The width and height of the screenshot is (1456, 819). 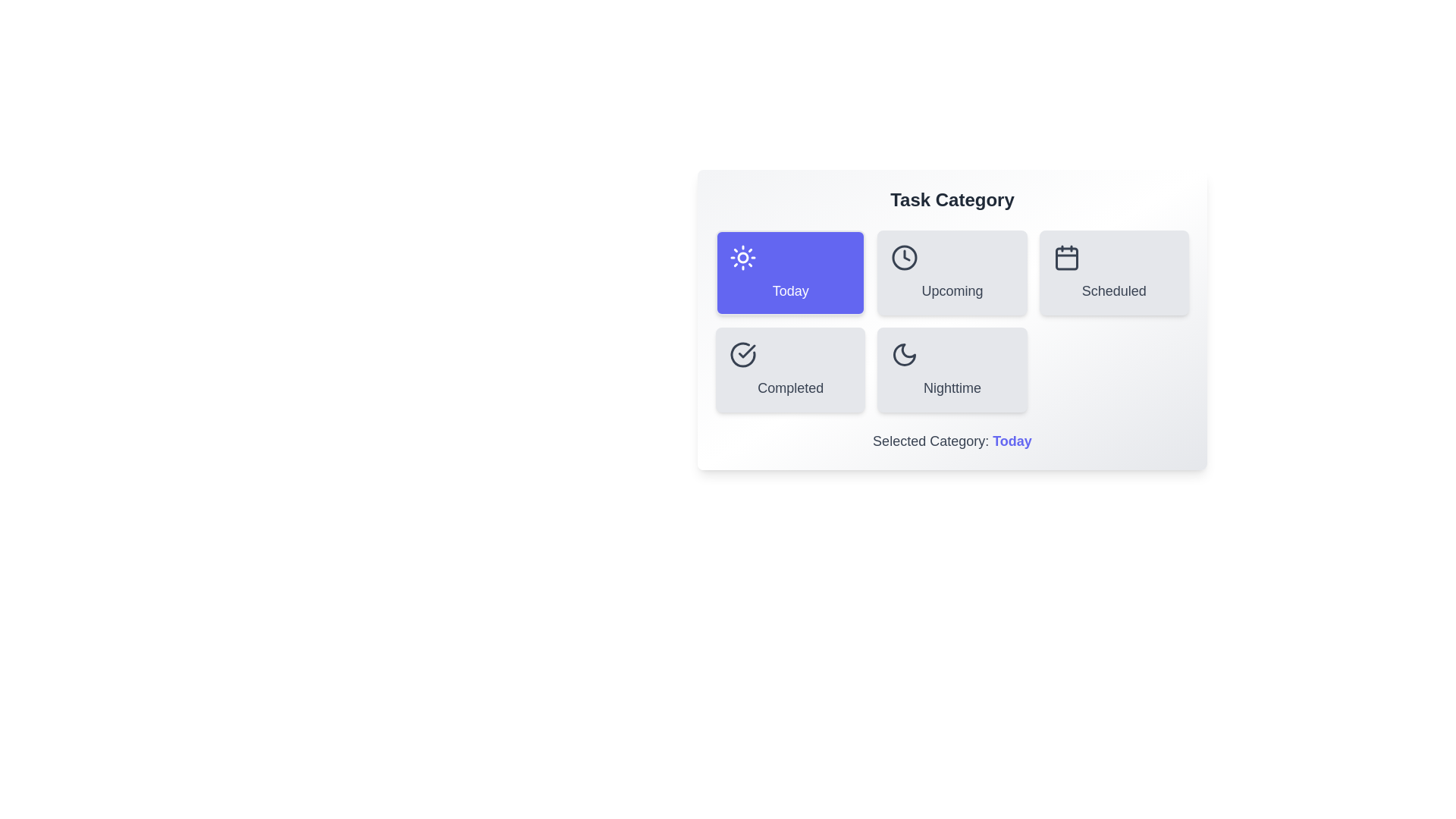 I want to click on the icon of the Today category button, so click(x=742, y=256).